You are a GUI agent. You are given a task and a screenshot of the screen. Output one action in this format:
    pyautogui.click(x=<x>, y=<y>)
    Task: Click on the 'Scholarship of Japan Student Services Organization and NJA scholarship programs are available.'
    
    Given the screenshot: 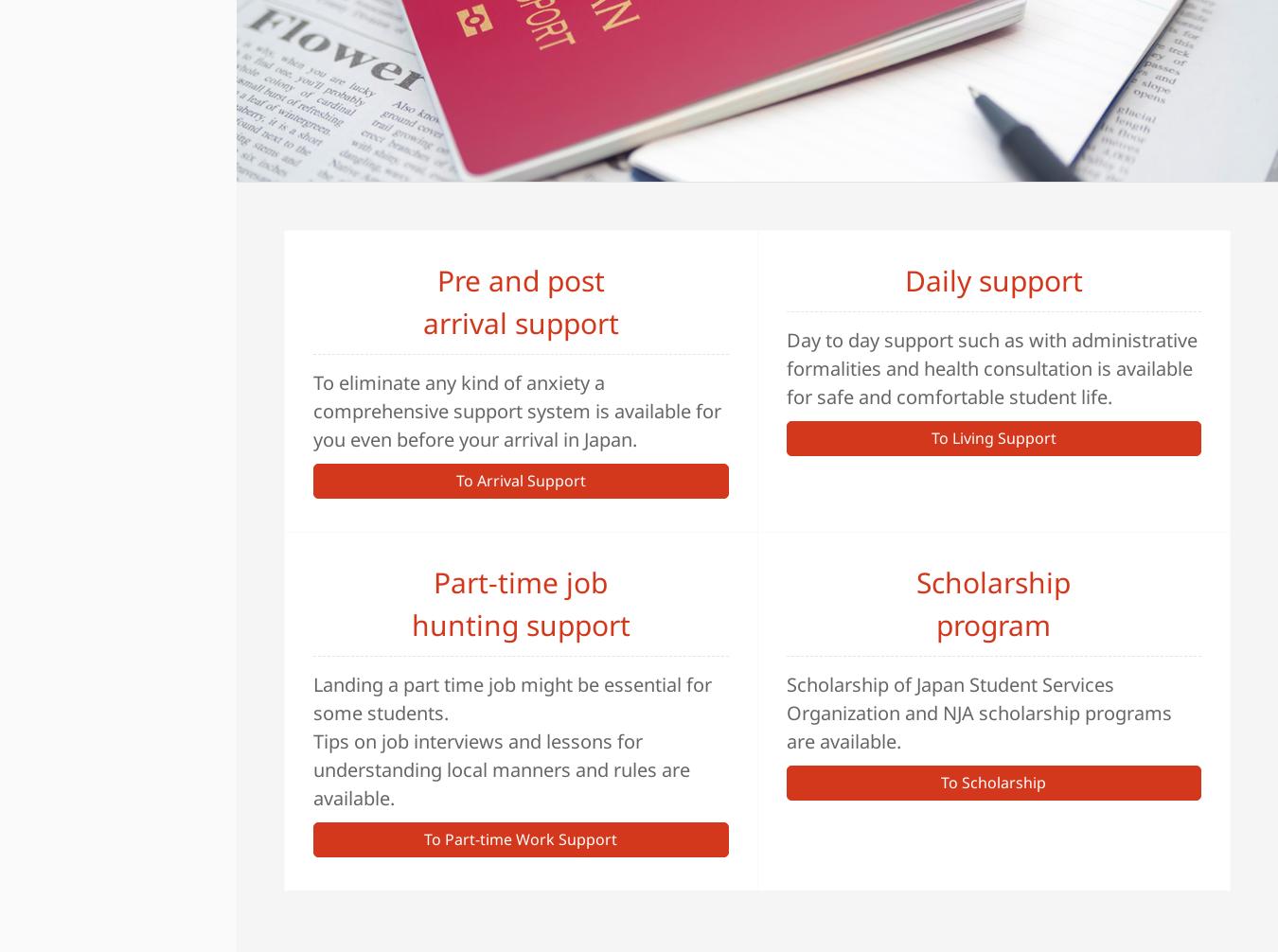 What is the action you would take?
    pyautogui.click(x=978, y=712)
    